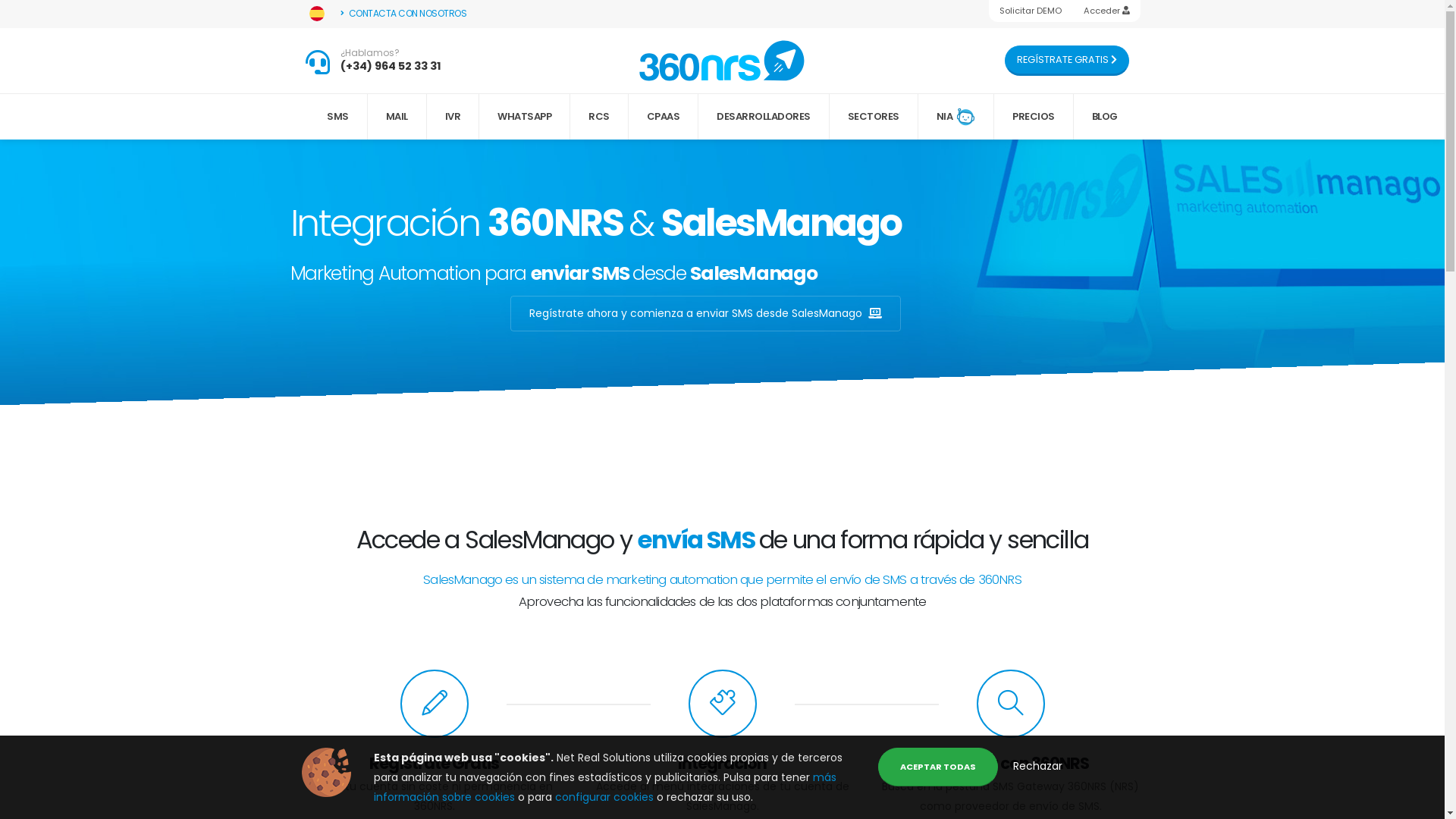 This screenshot has height=819, width=1456. Describe the element at coordinates (955, 116) in the screenshot. I see `'NIA'` at that location.